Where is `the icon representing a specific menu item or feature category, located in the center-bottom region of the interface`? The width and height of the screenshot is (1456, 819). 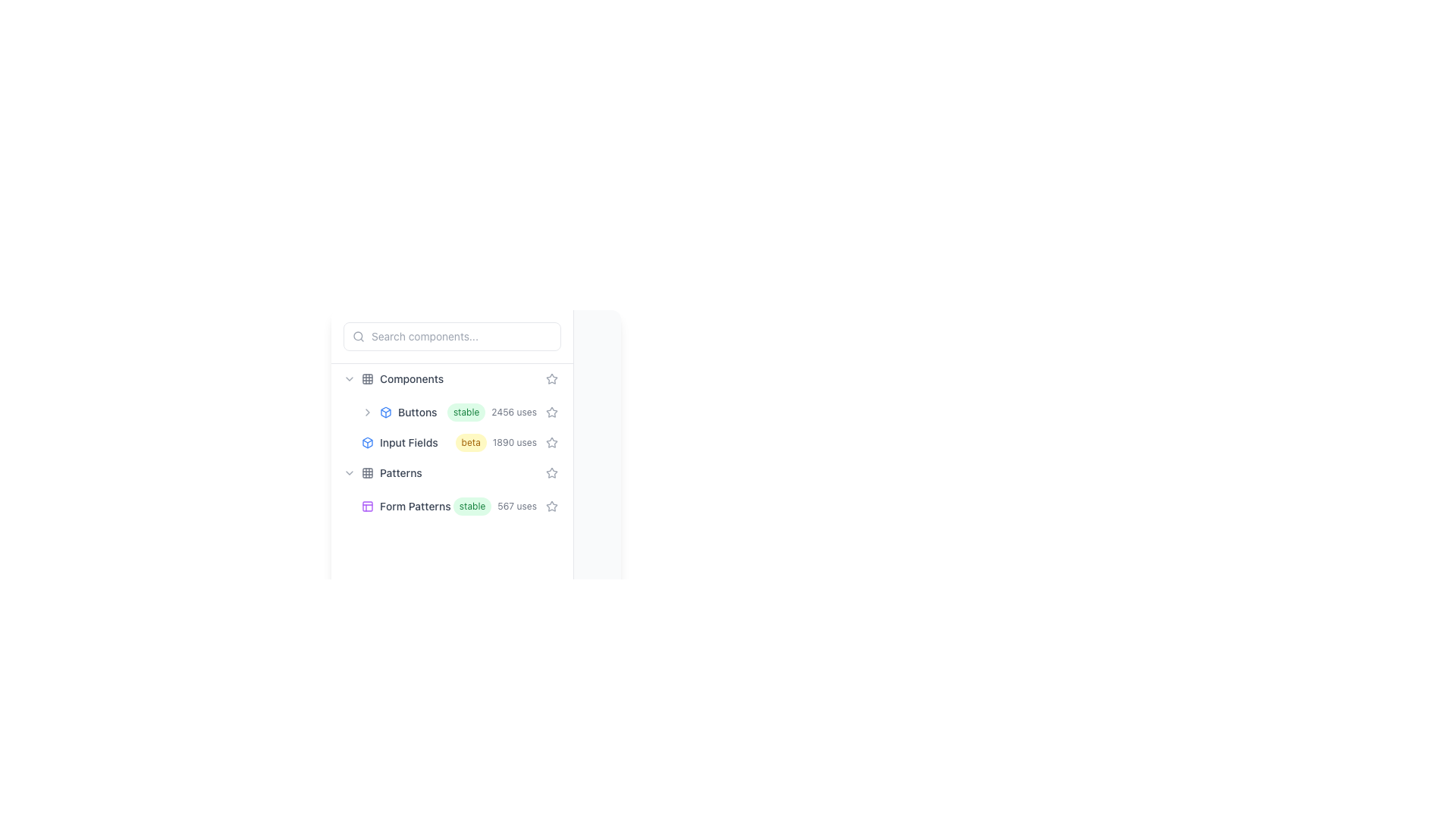
the icon representing a specific menu item or feature category, located in the center-bottom region of the interface is located at coordinates (367, 442).